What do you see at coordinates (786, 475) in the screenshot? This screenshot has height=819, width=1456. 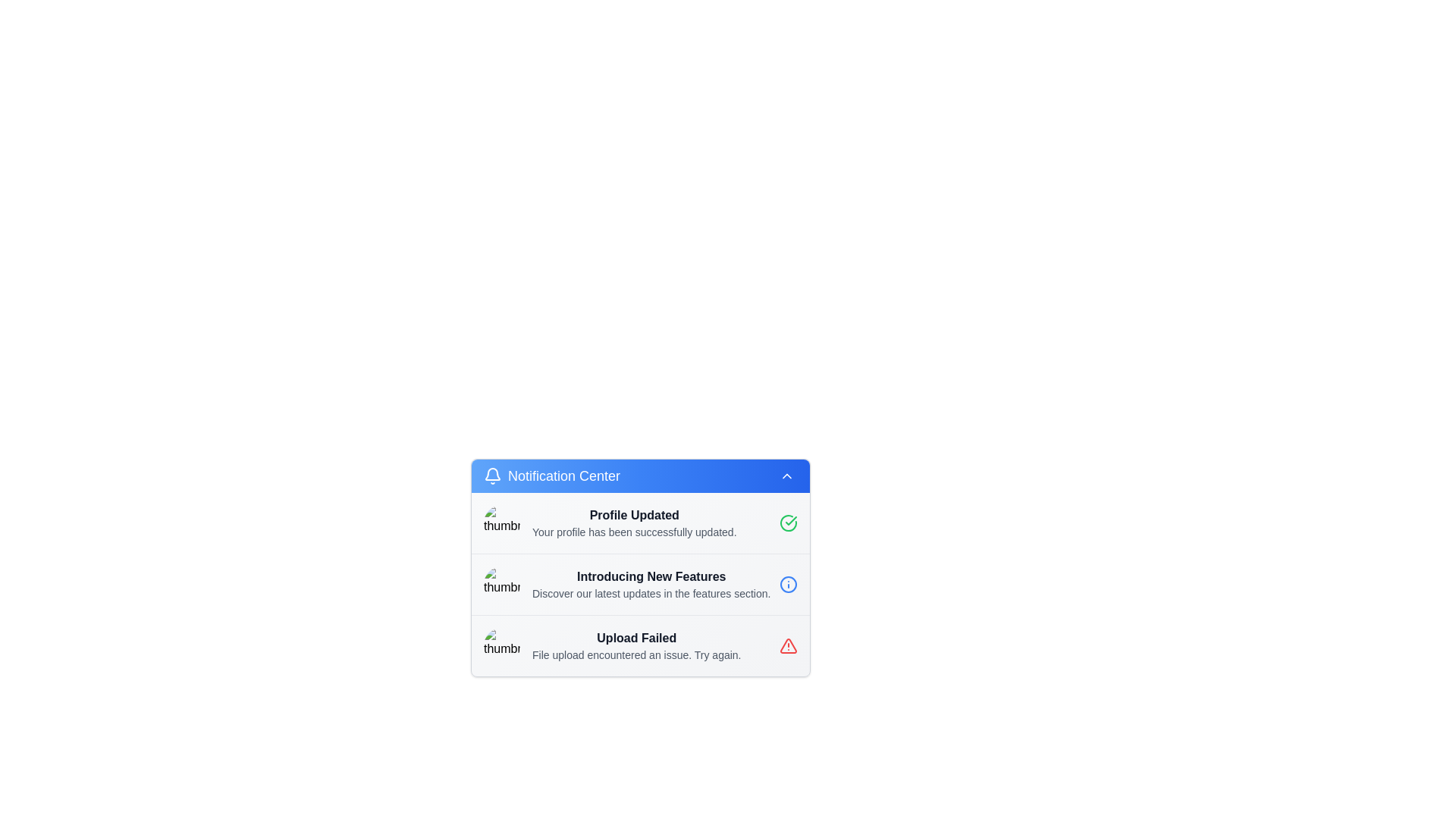 I see `the upward-pointing chevron icon located at the top-right corner of the notification center panel` at bounding box center [786, 475].